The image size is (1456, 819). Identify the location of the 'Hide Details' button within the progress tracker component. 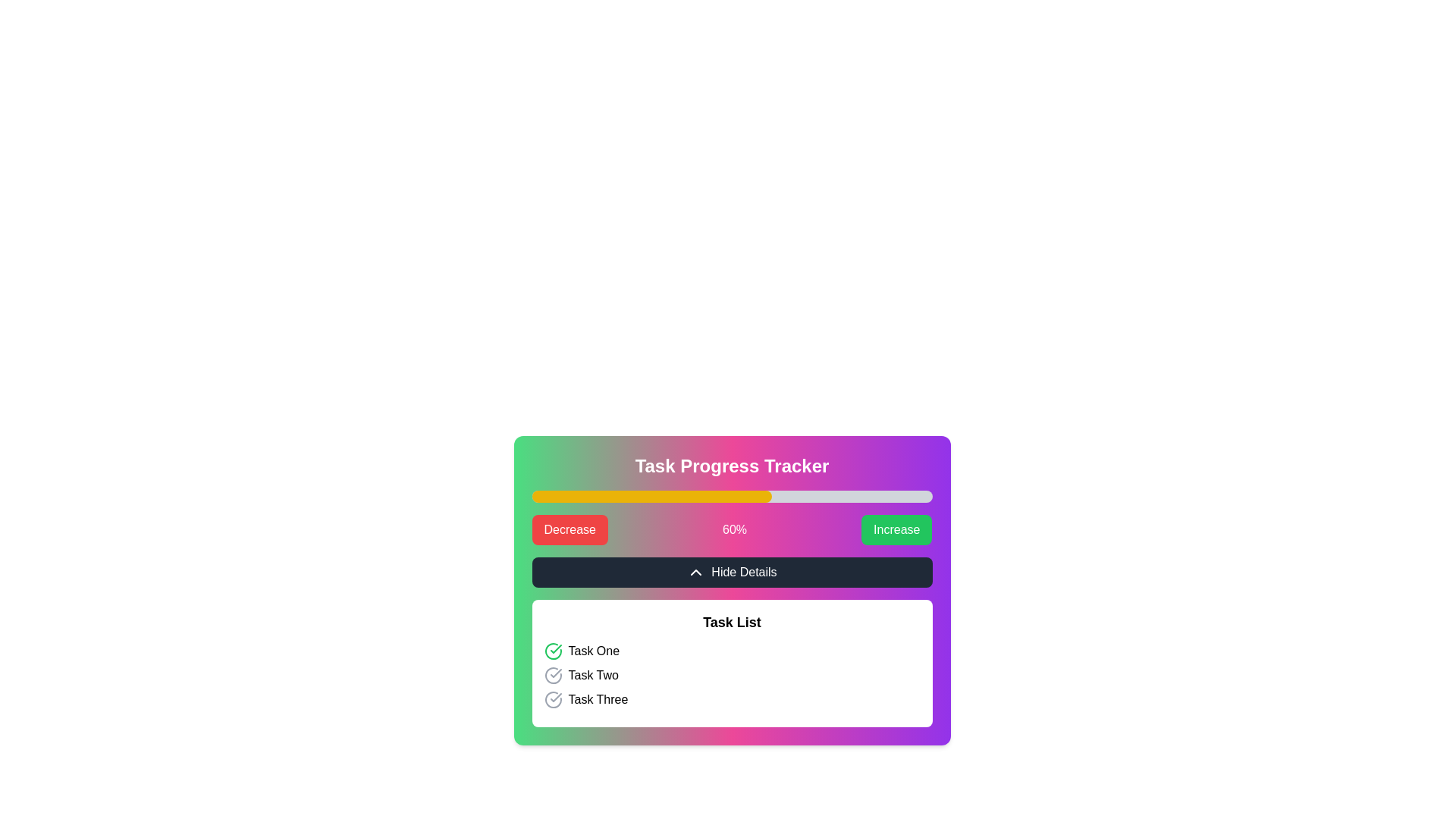
(732, 590).